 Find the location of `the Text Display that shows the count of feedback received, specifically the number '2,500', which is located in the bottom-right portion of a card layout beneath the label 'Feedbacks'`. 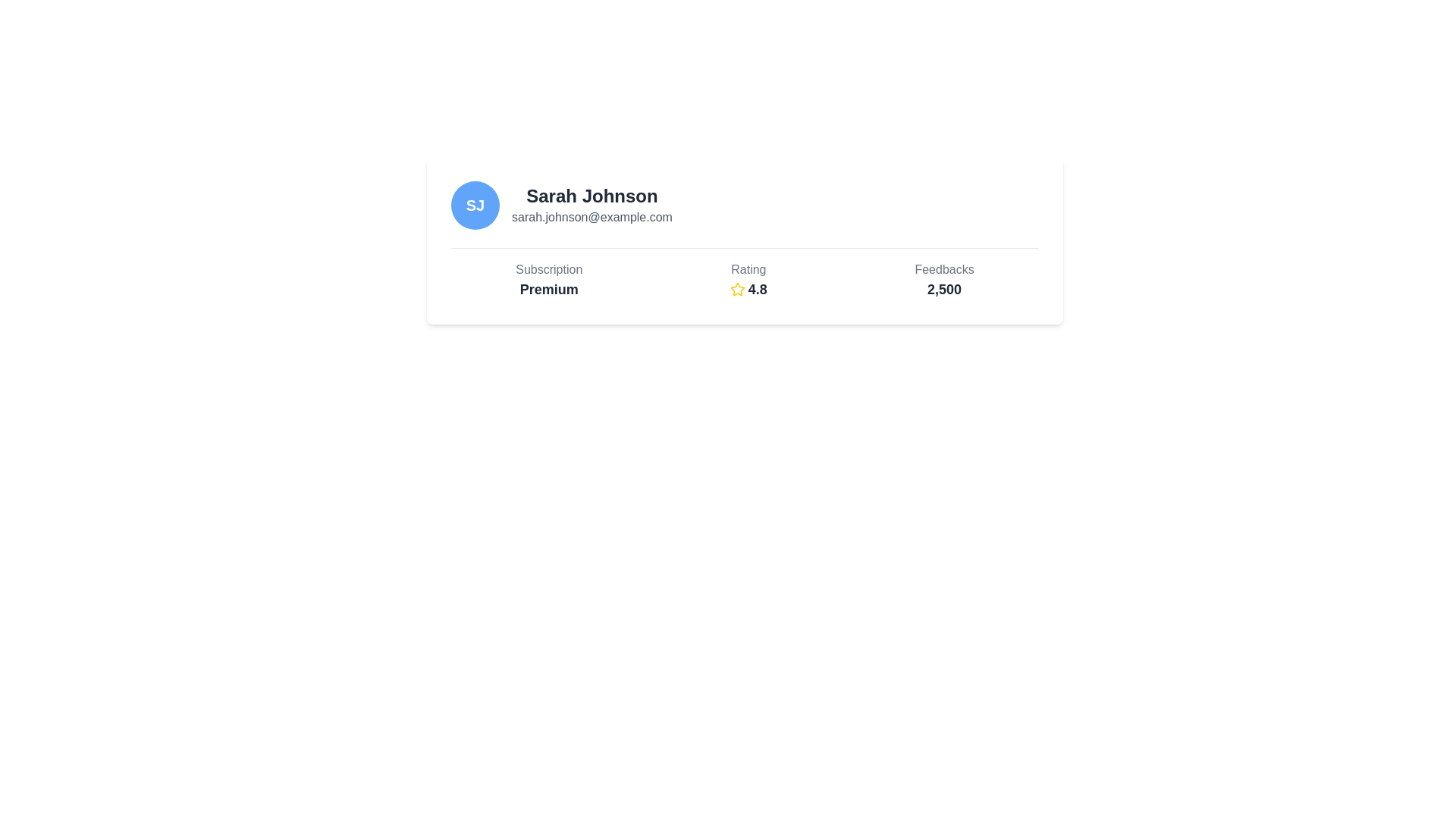

the Text Display that shows the count of feedback received, specifically the number '2,500', which is located in the bottom-right portion of a card layout beneath the label 'Feedbacks' is located at coordinates (943, 289).